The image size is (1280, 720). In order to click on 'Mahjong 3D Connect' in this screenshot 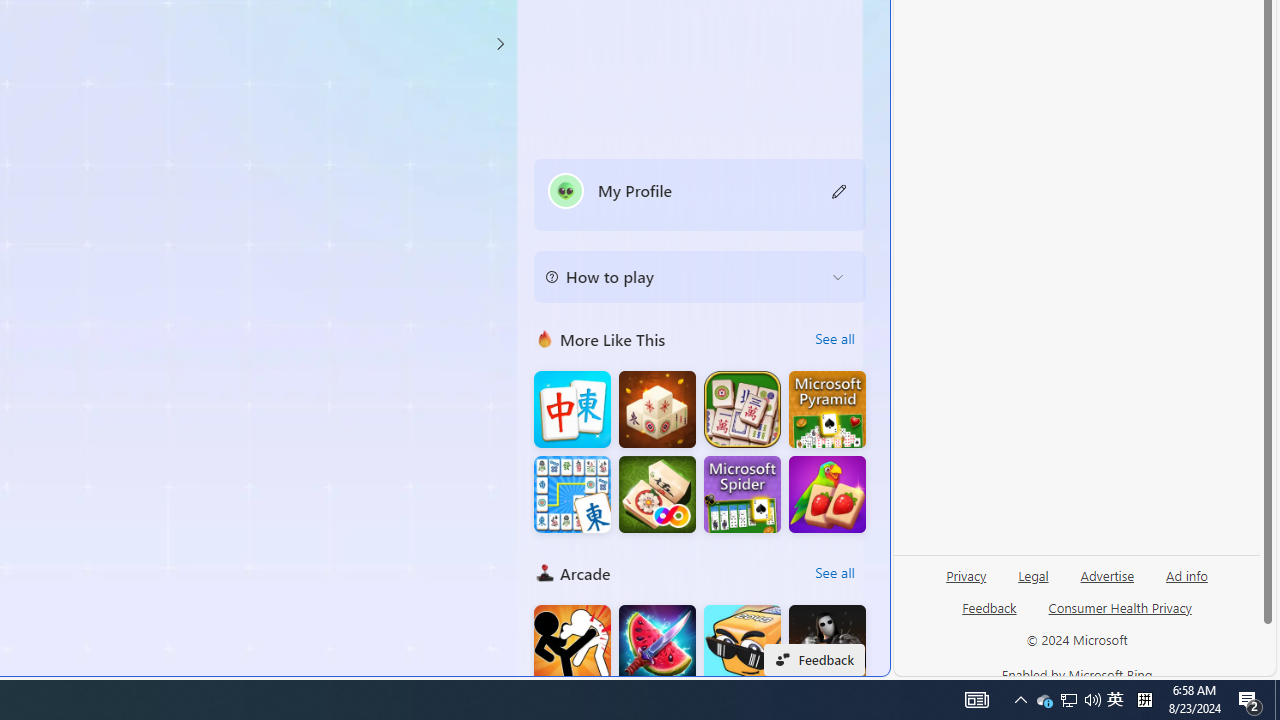, I will do `click(657, 408)`.